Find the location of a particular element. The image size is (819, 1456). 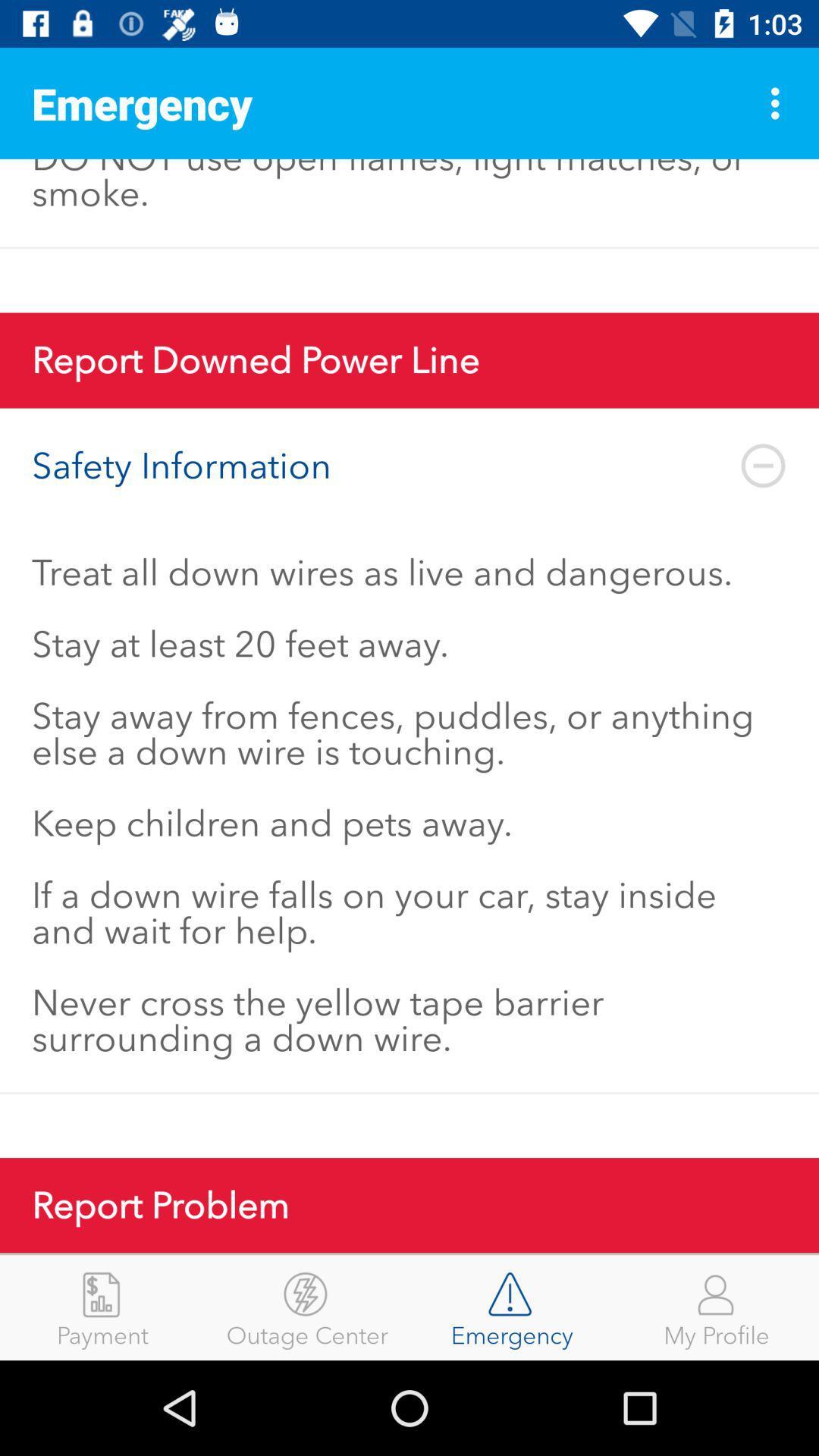

report downed power icon is located at coordinates (409, 359).